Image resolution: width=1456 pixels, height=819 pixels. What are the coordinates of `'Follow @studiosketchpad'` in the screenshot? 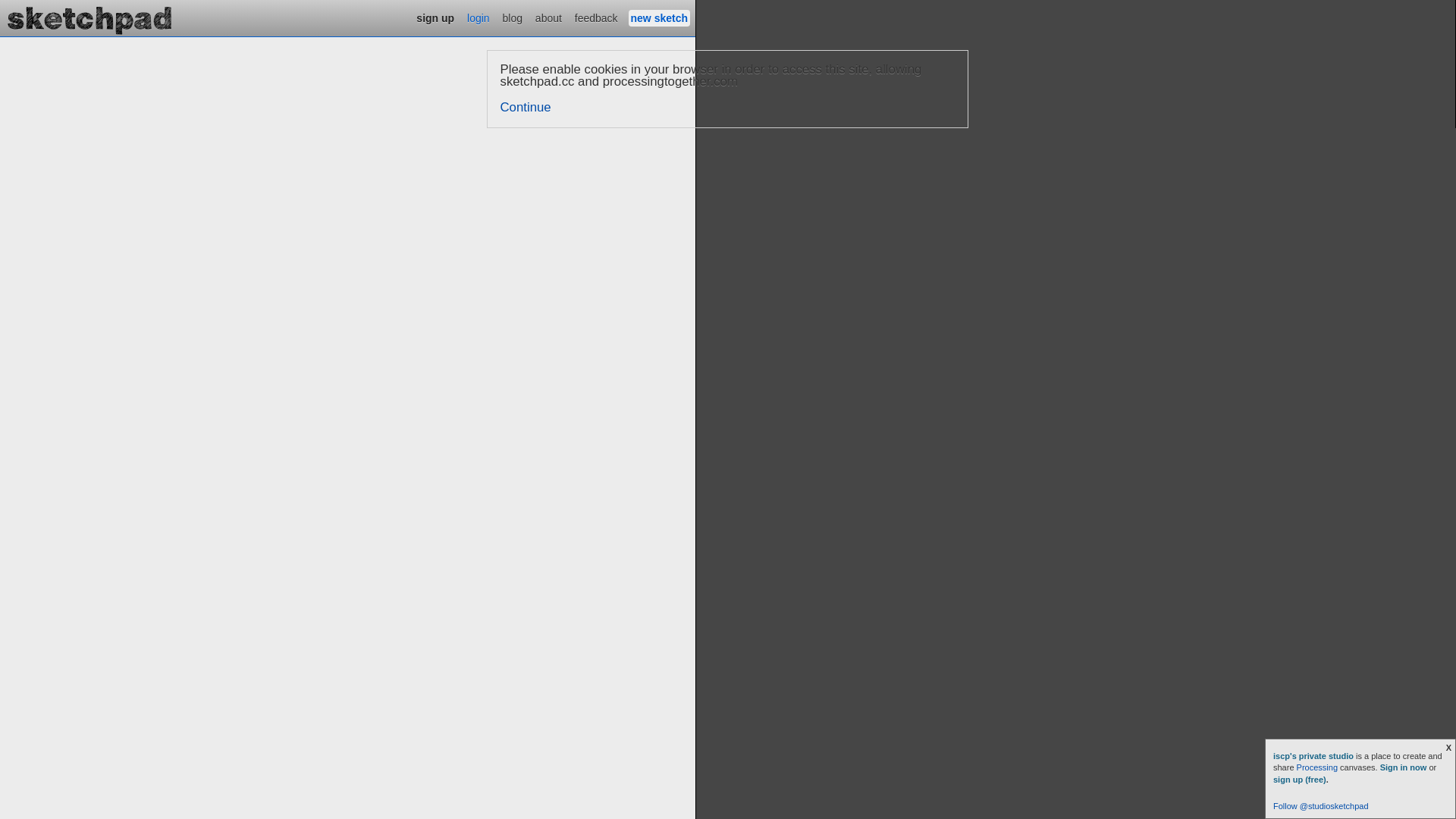 It's located at (1320, 805).